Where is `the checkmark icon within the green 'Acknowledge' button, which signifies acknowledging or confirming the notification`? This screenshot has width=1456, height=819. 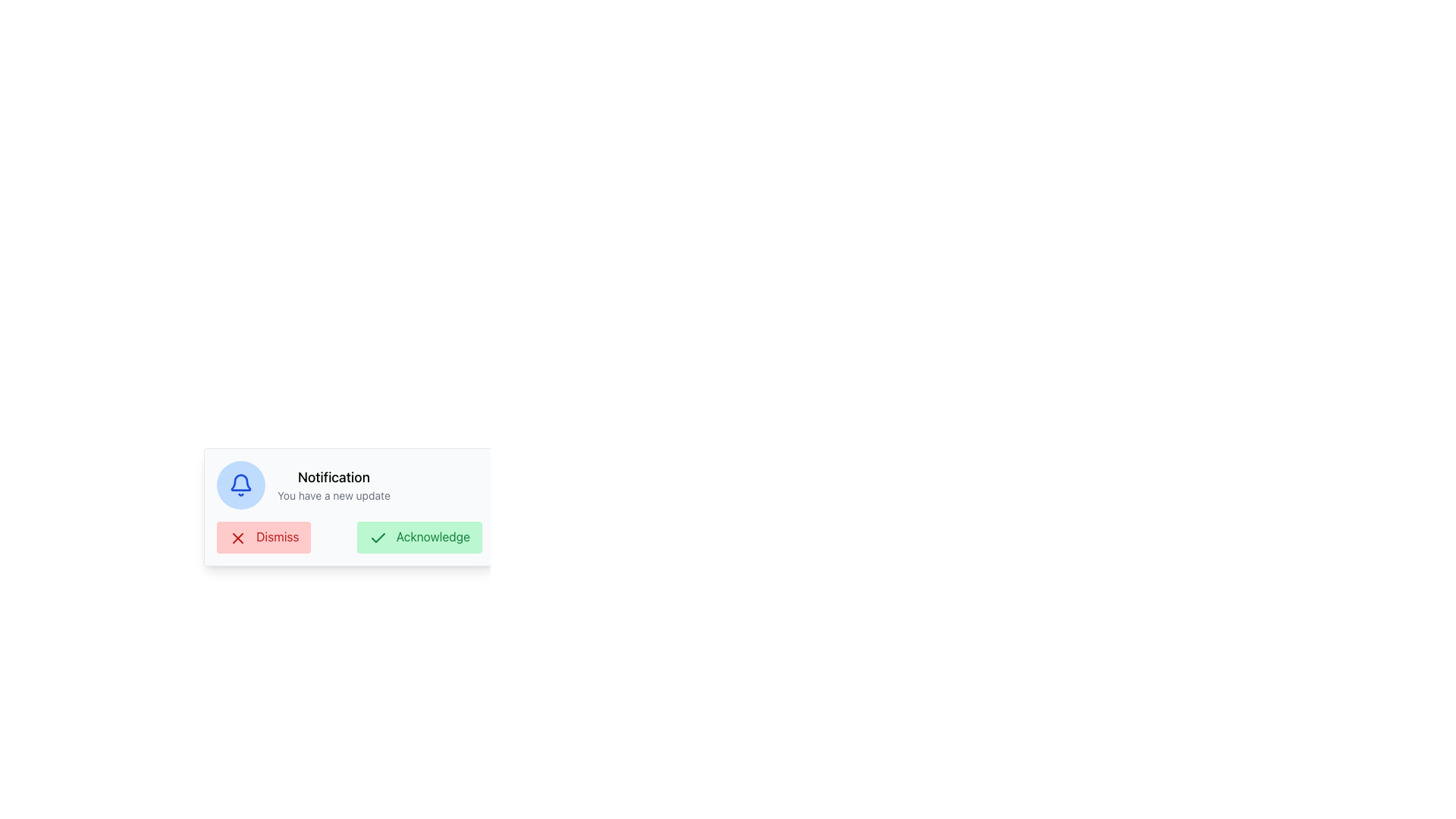
the checkmark icon within the green 'Acknowledge' button, which signifies acknowledging or confirming the notification is located at coordinates (378, 537).